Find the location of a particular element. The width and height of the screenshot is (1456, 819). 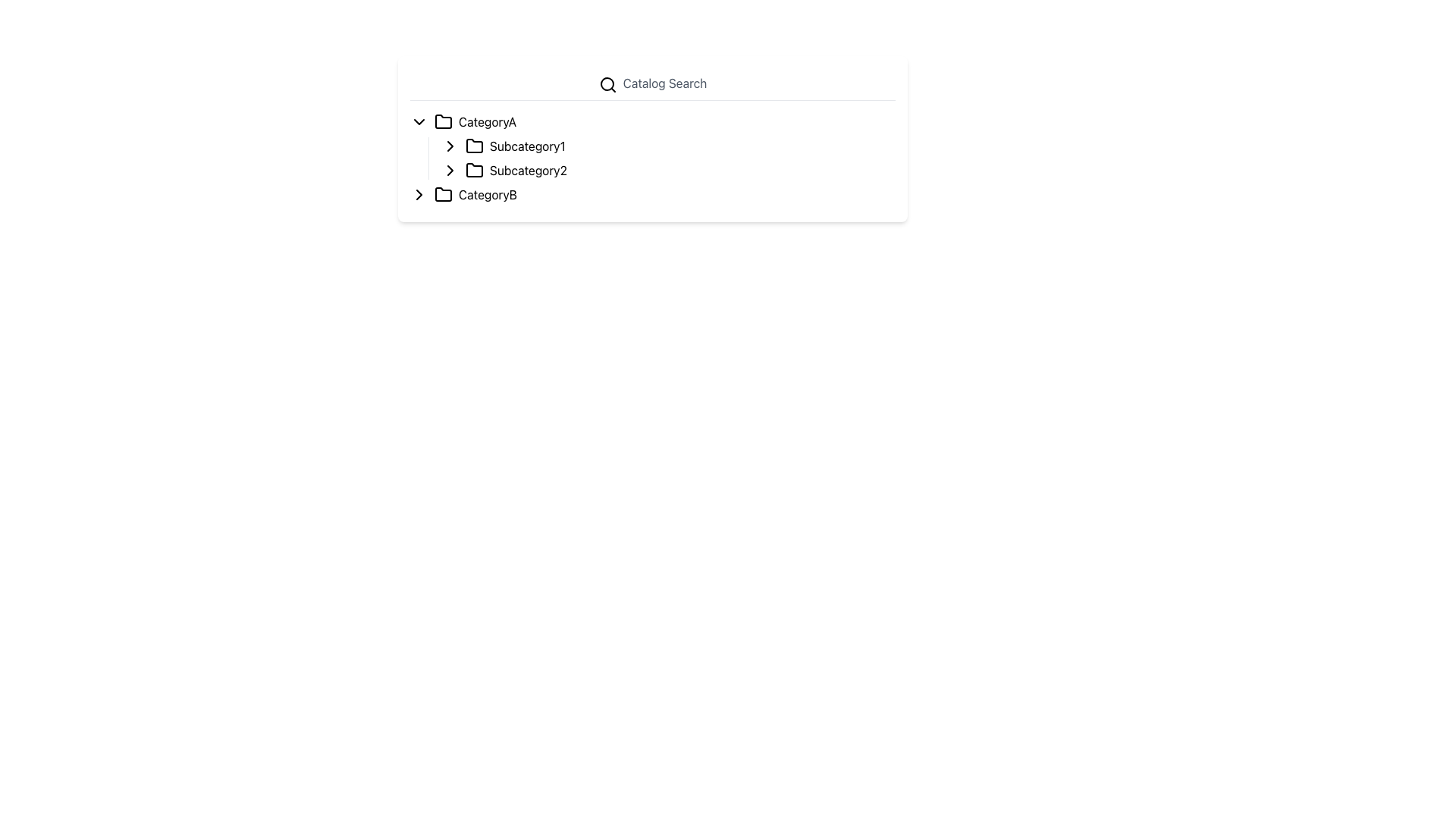

the folder icon adjacent to the text label 'Subcategory2' under 'CategoryA' is located at coordinates (473, 169).